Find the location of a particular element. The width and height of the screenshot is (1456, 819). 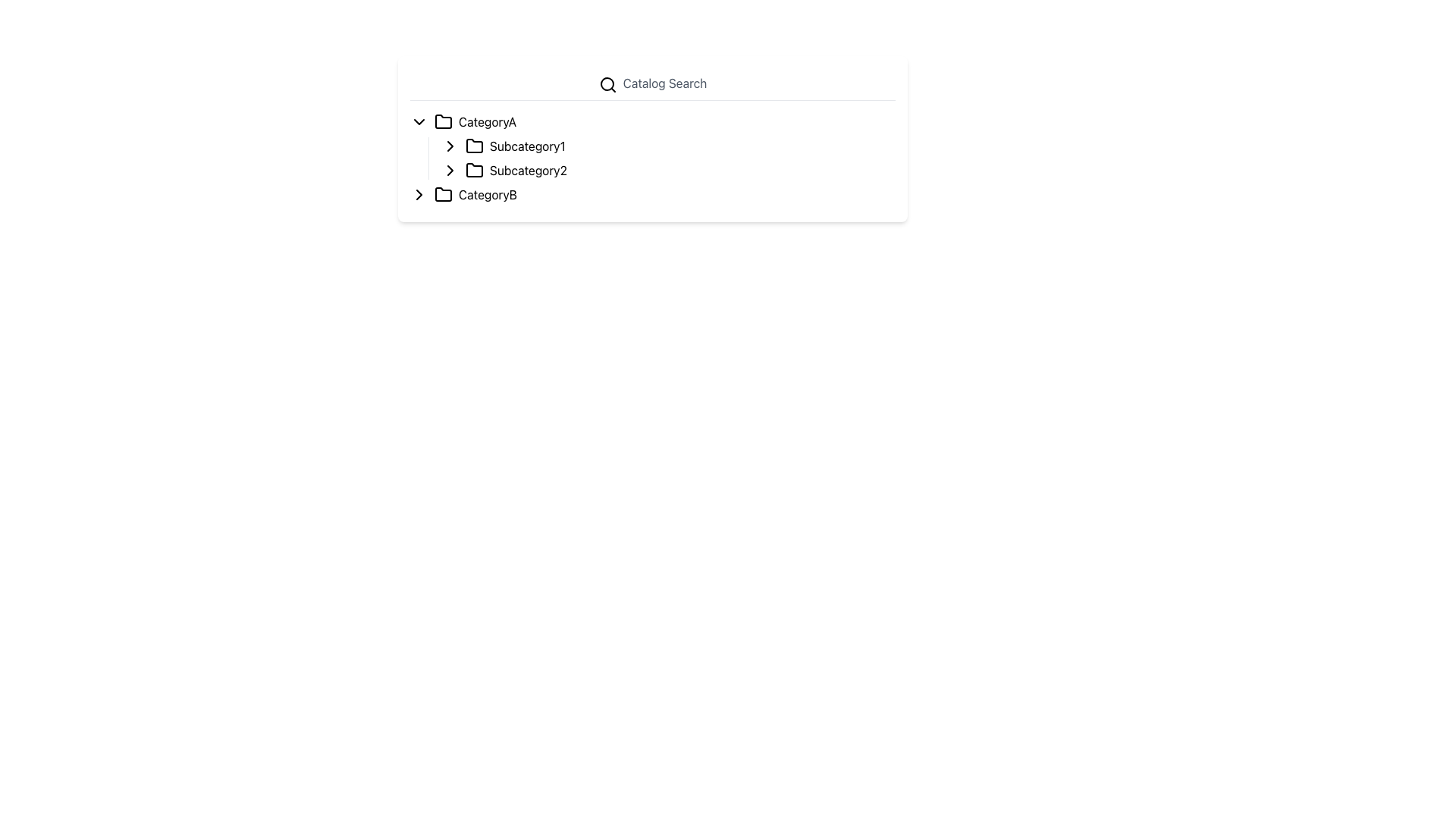

the folder icon adjacent to the text label 'Subcategory2' under 'CategoryA' is located at coordinates (473, 169).